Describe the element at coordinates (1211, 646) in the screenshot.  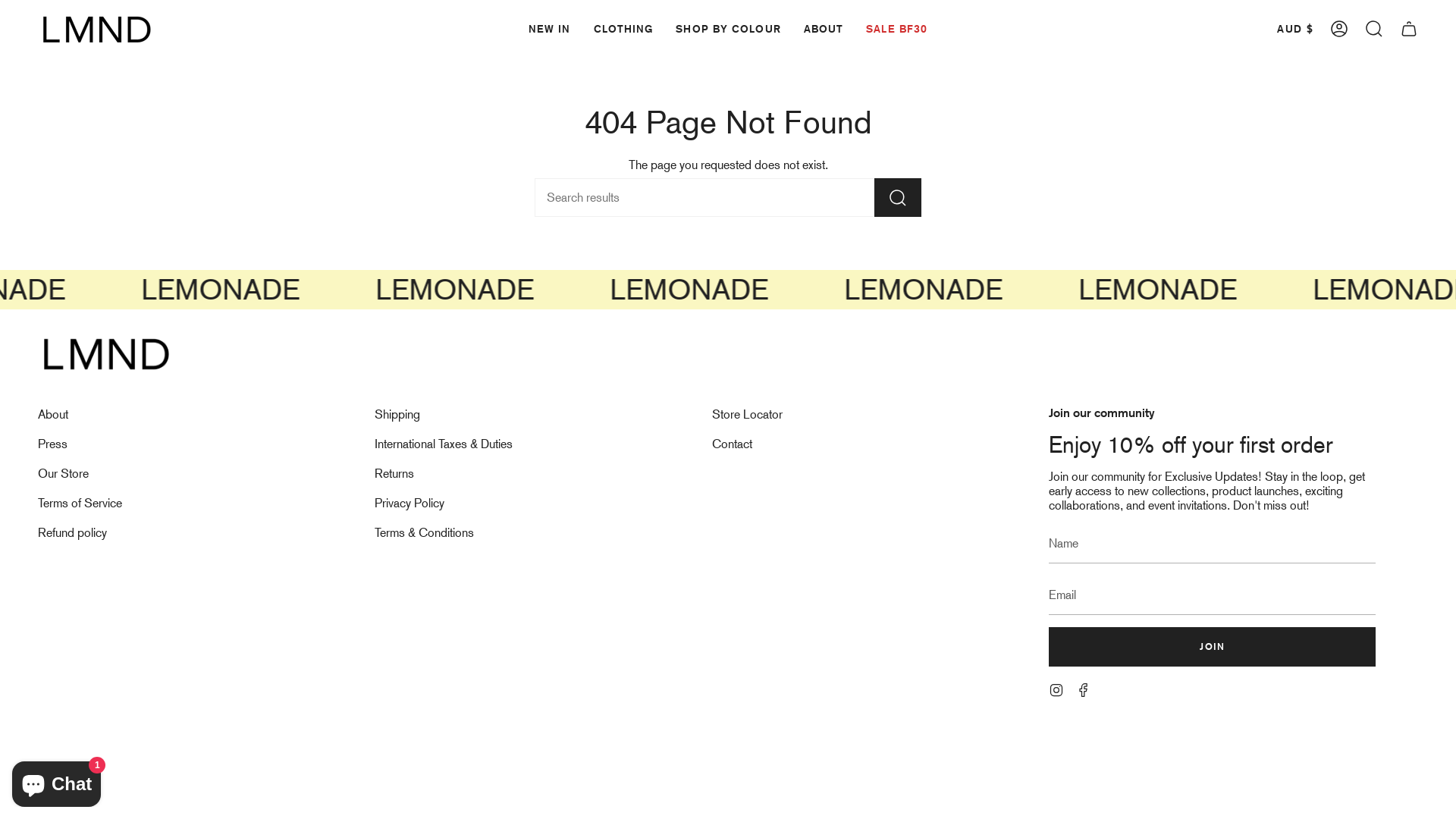
I see `'JOIN'` at that location.